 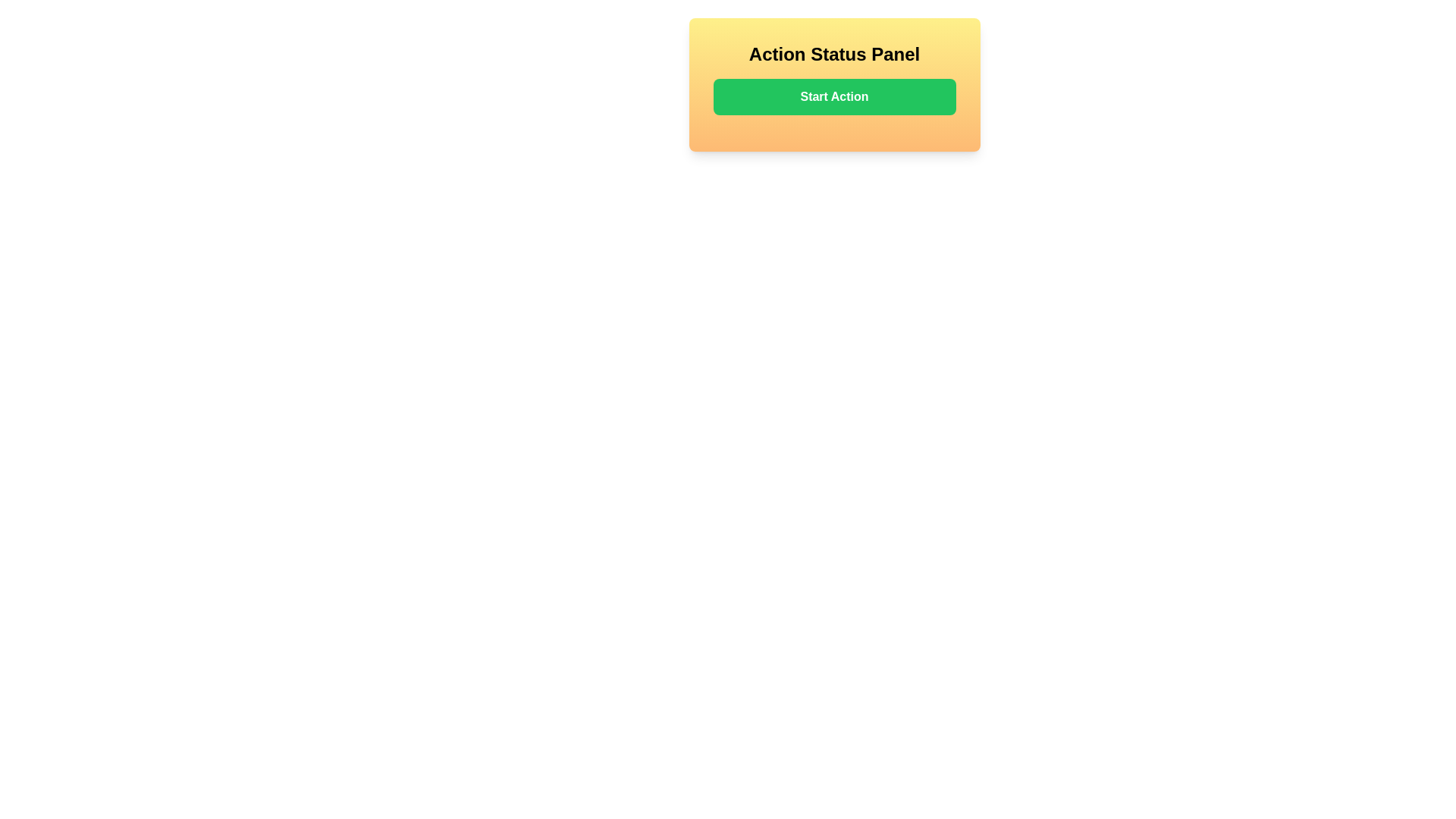 I want to click on the bold title text 'Action Status Panel' which is centered at the top of a rectangular card with a gradient background transitioning from yellow to orange, so click(x=833, y=54).